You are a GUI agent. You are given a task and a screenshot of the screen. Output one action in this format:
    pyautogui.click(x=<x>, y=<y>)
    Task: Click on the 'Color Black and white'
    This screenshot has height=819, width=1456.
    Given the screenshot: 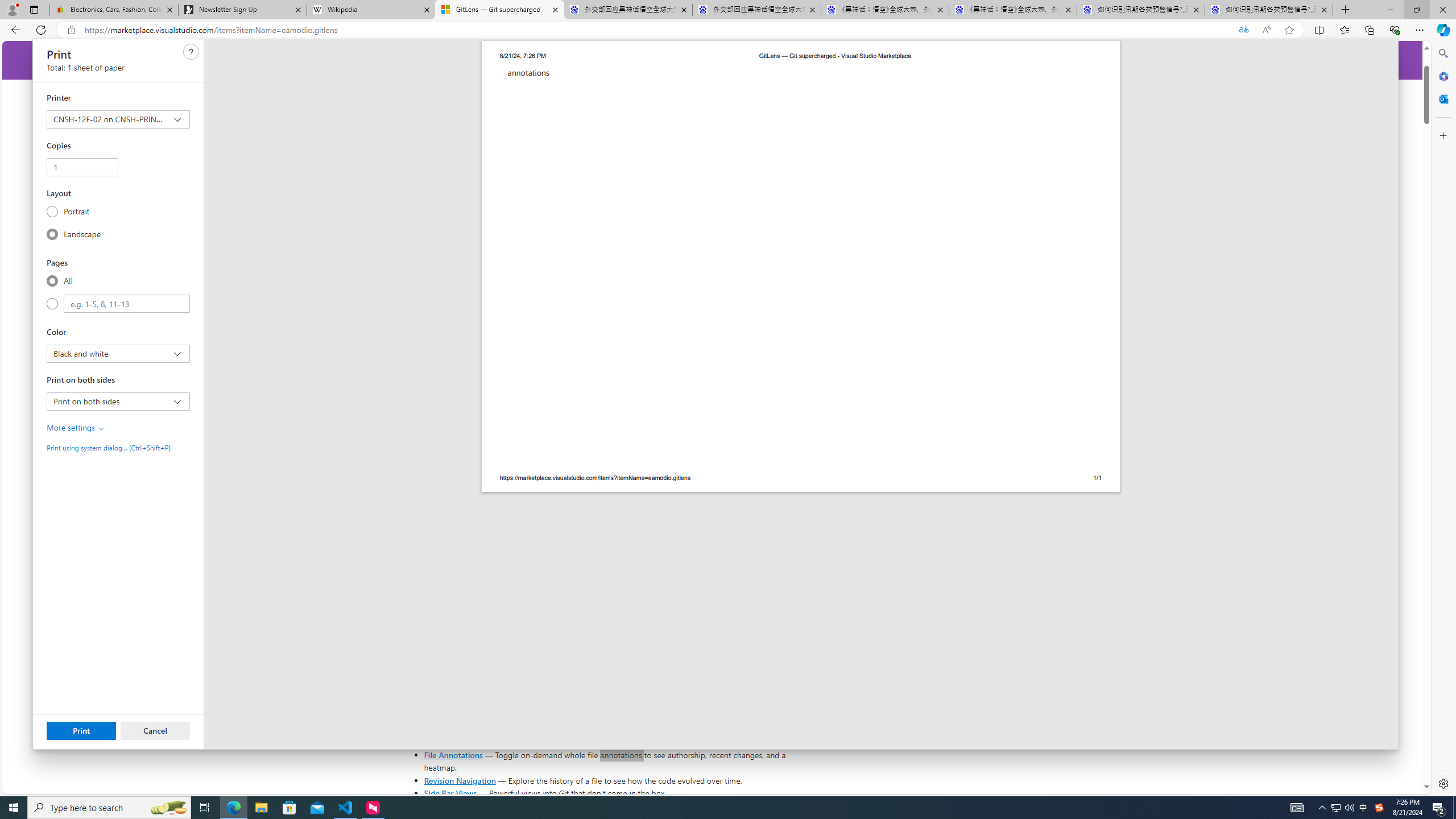 What is the action you would take?
    pyautogui.click(x=118, y=353)
    